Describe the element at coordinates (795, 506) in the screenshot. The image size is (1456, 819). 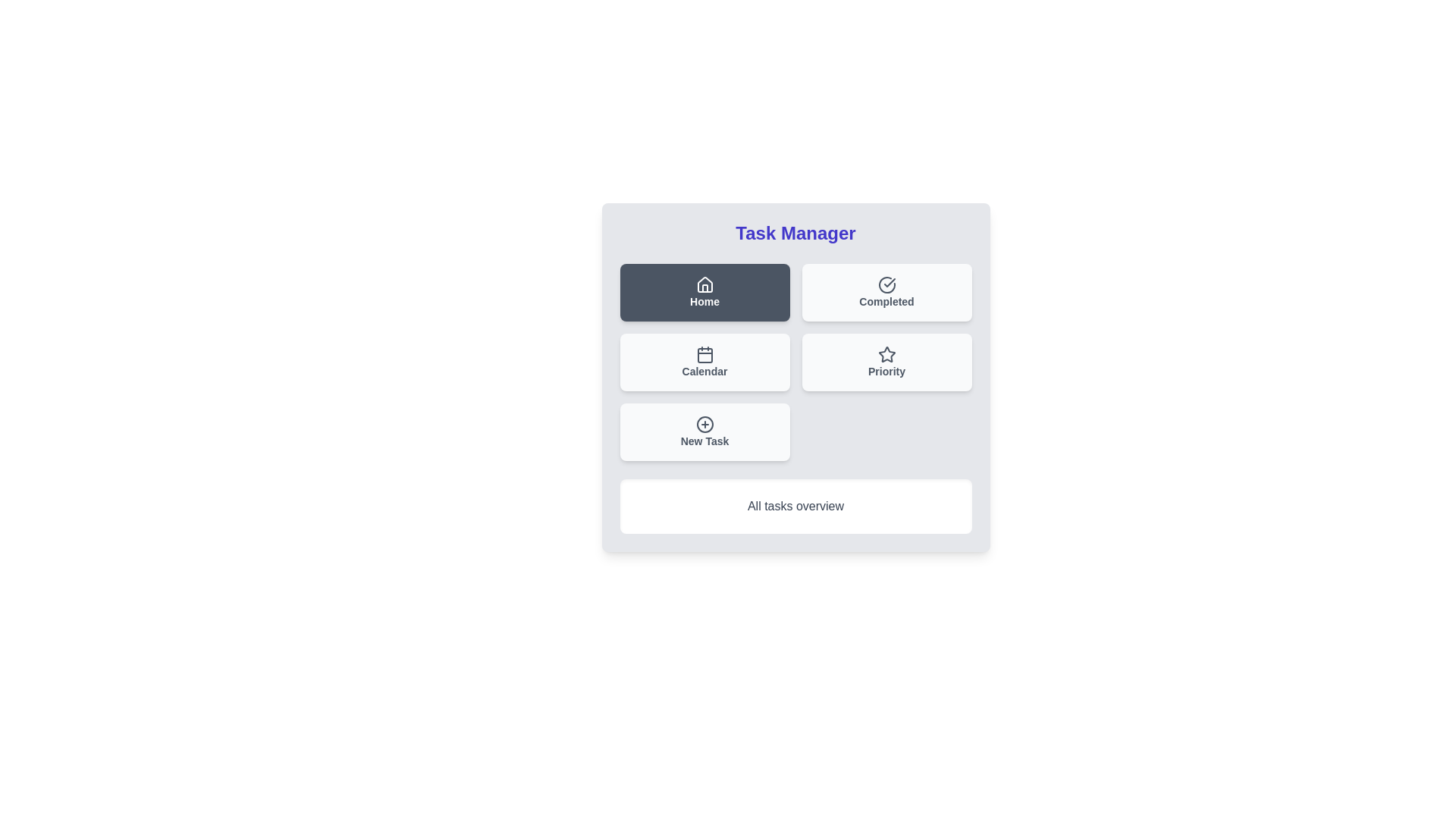
I see `the text label displaying 'All tasks overview', which is located at the bottom center of the task management interface panel within a white, rounded-corner box` at that location.